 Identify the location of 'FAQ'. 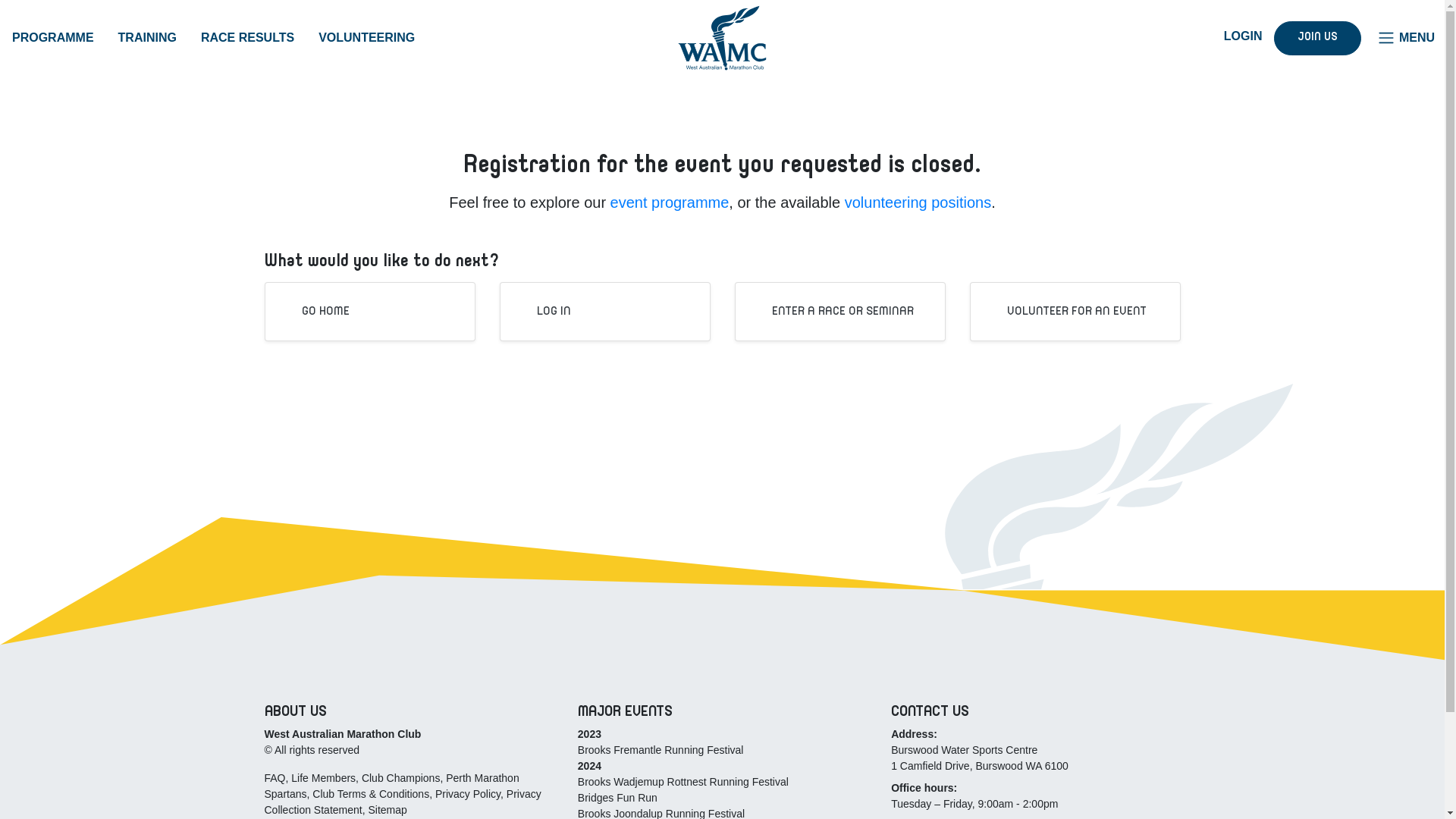
(274, 778).